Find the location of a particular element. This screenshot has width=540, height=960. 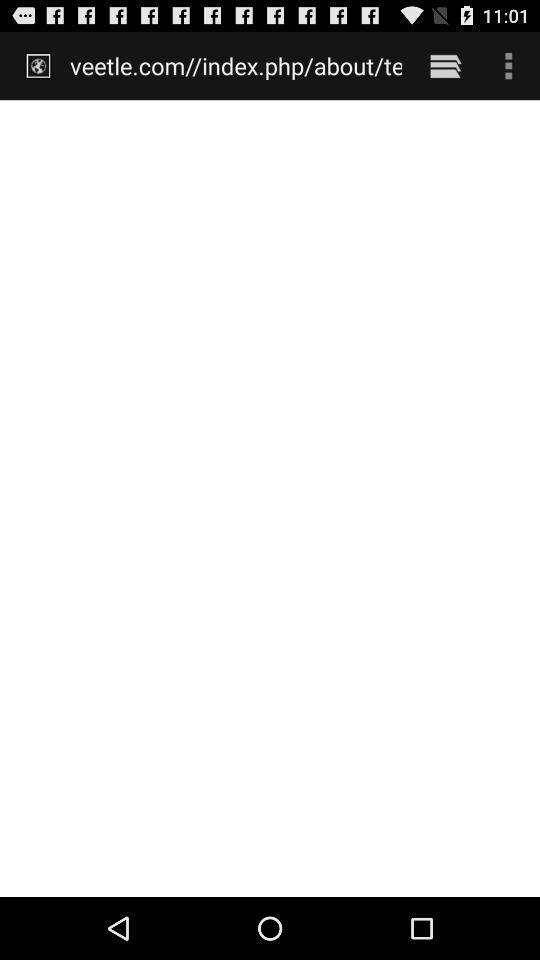

the item at the top is located at coordinates (235, 65).